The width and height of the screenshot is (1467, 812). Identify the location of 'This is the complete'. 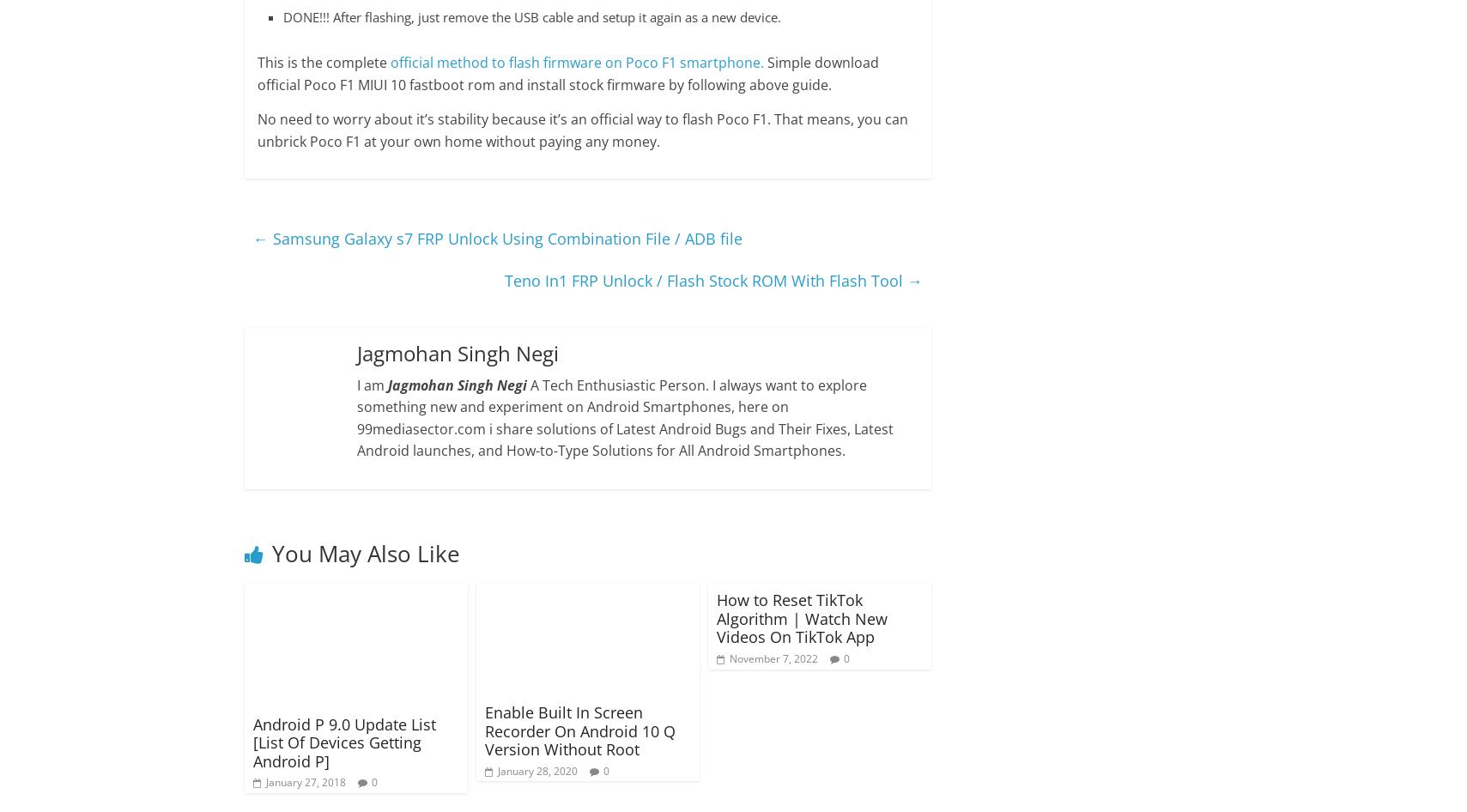
(256, 61).